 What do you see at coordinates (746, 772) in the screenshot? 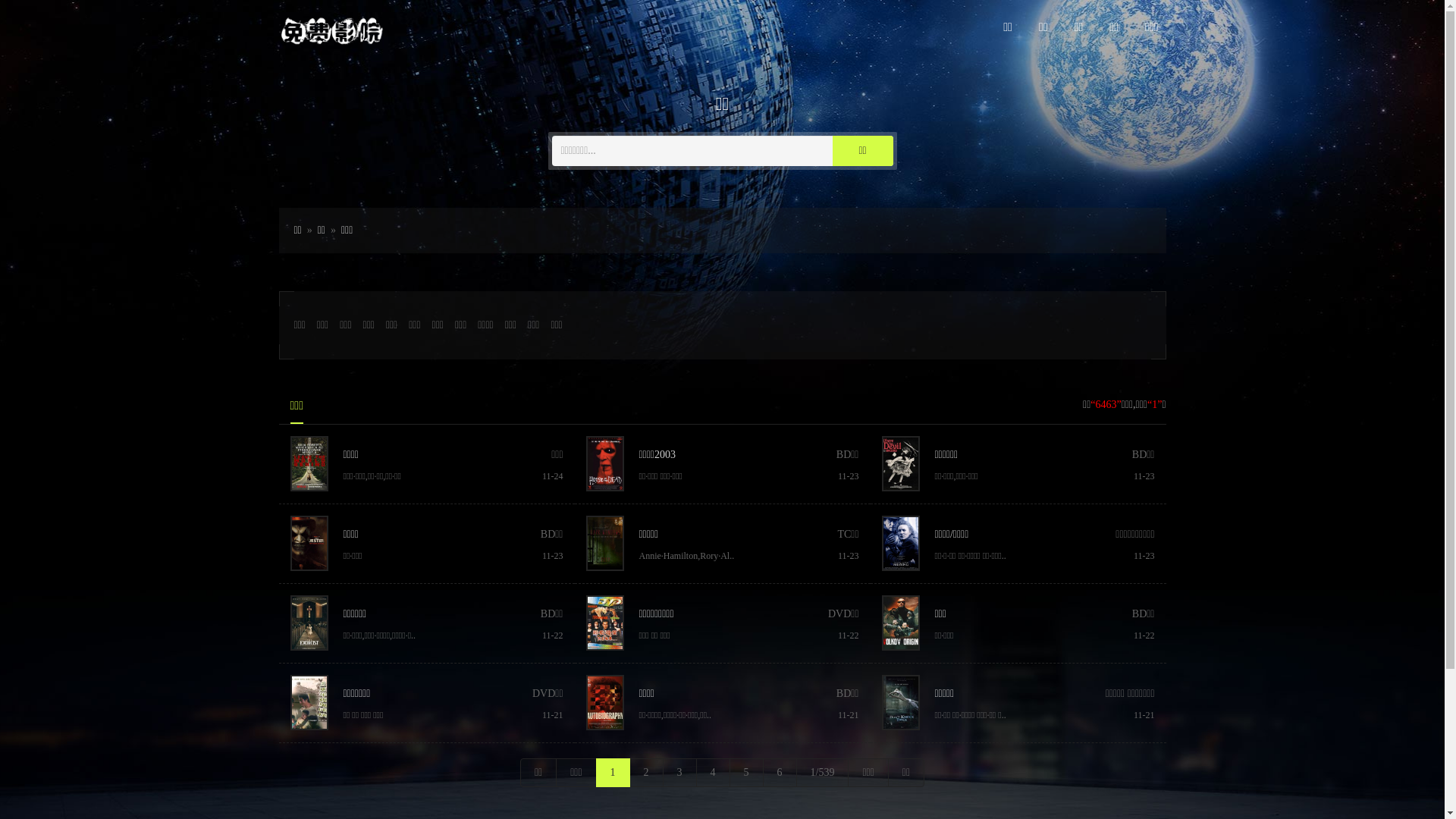
I see `'5'` at bounding box center [746, 772].